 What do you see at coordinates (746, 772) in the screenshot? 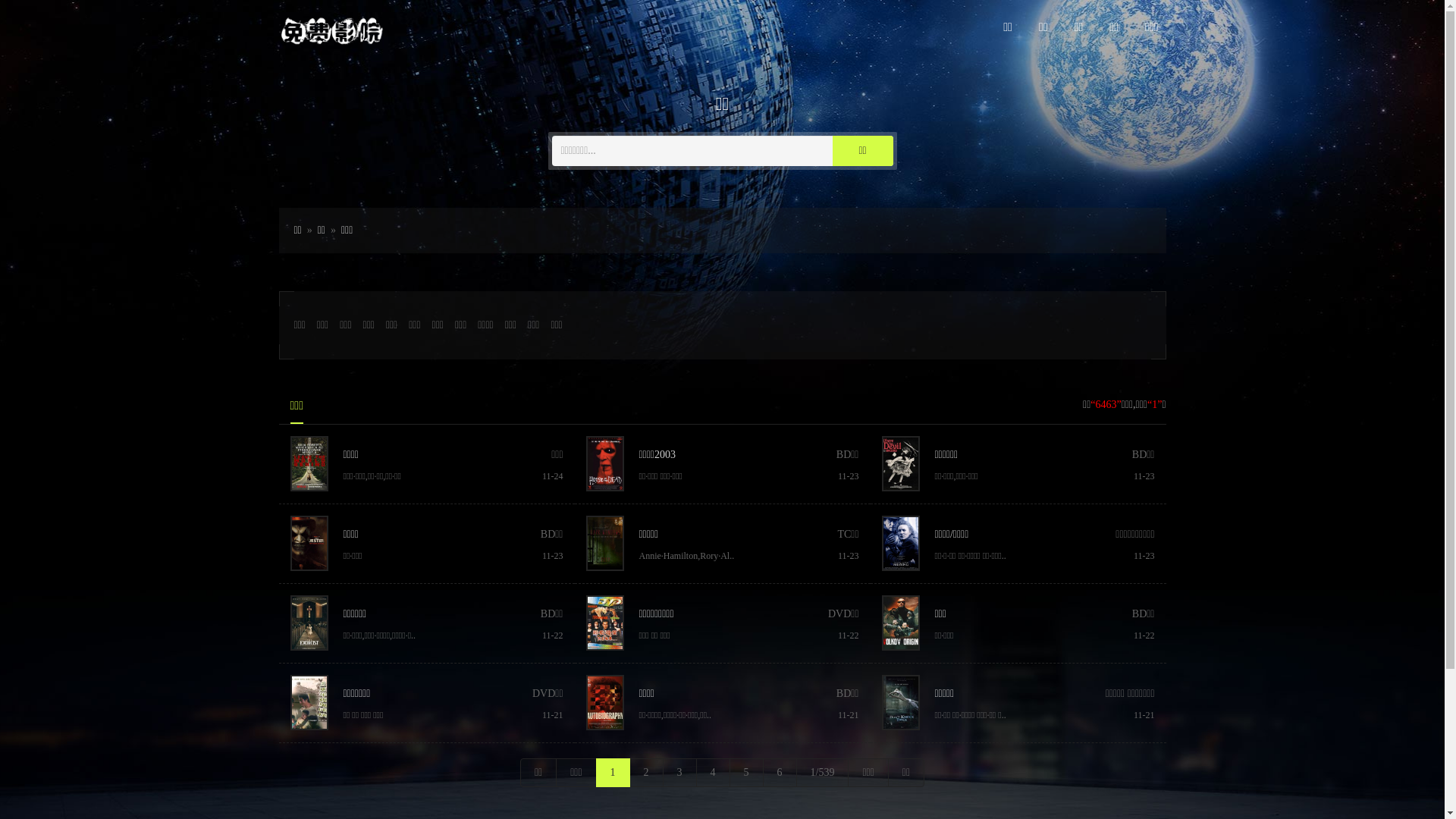
I see `'5'` at bounding box center [746, 772].